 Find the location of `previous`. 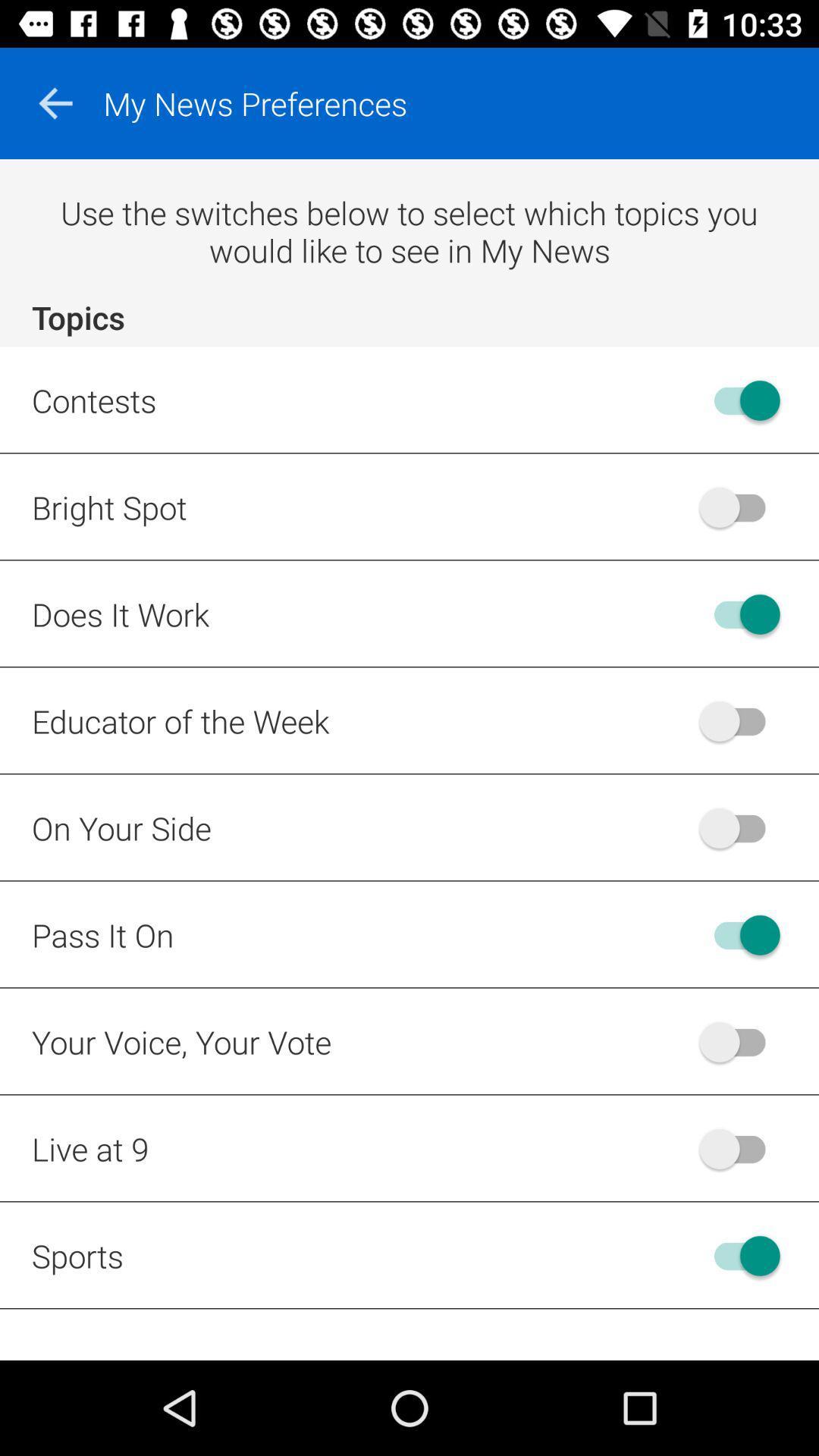

previous is located at coordinates (55, 102).